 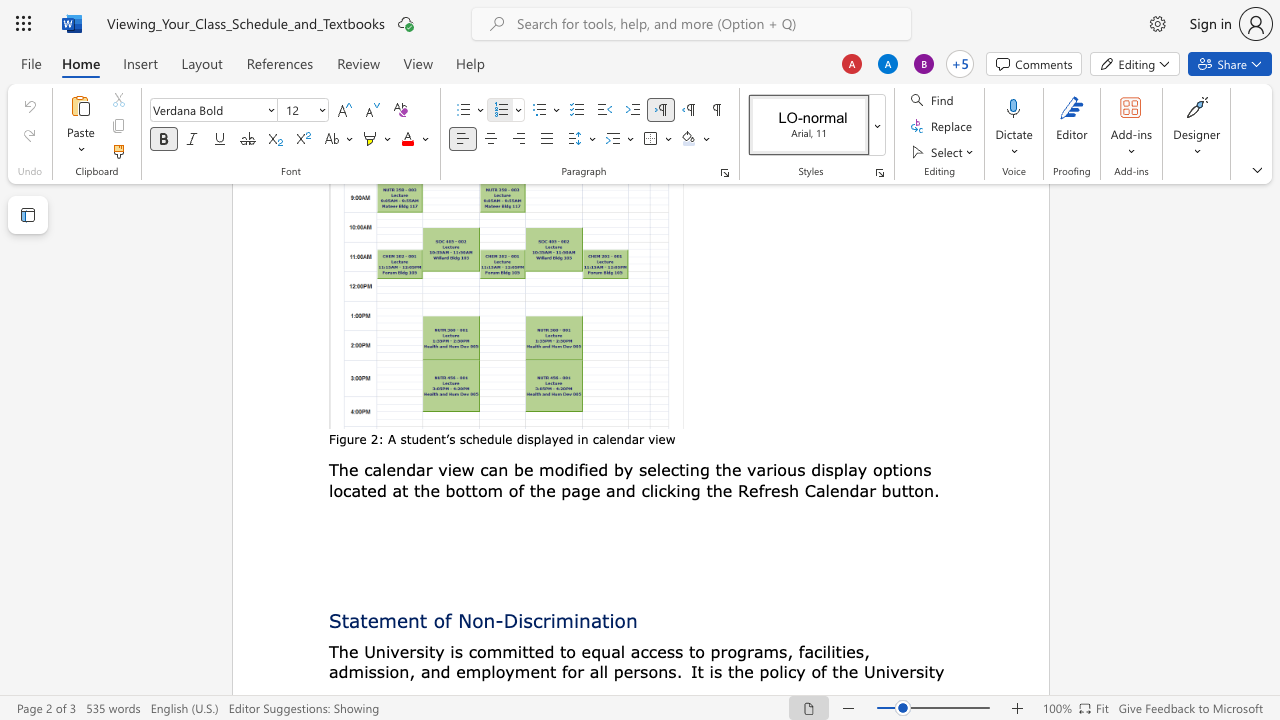 I want to click on the space between the continuous character "n" and "t" in the text, so click(x=439, y=438).